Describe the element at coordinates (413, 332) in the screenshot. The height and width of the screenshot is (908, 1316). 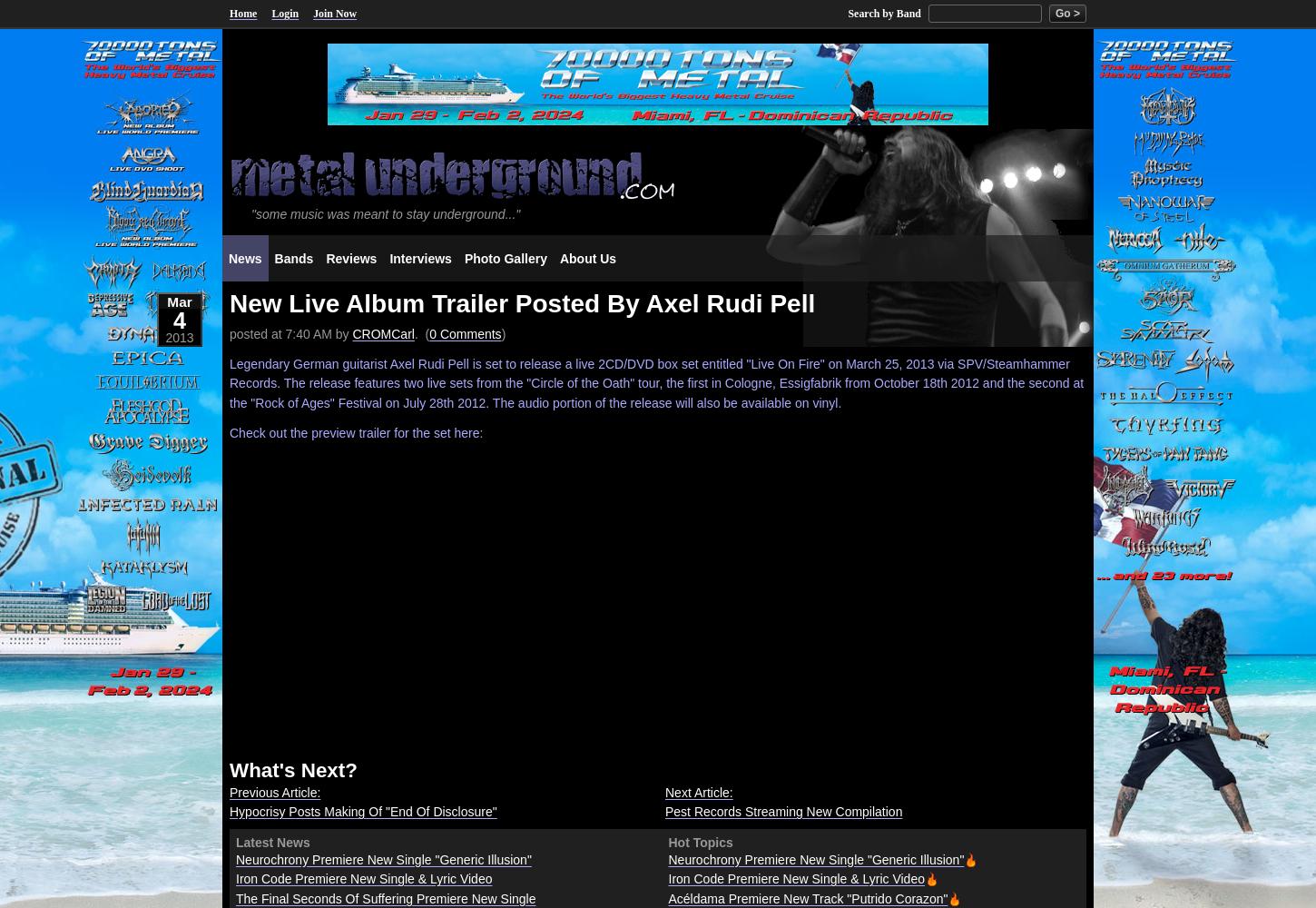
I see `'.
				 ('` at that location.